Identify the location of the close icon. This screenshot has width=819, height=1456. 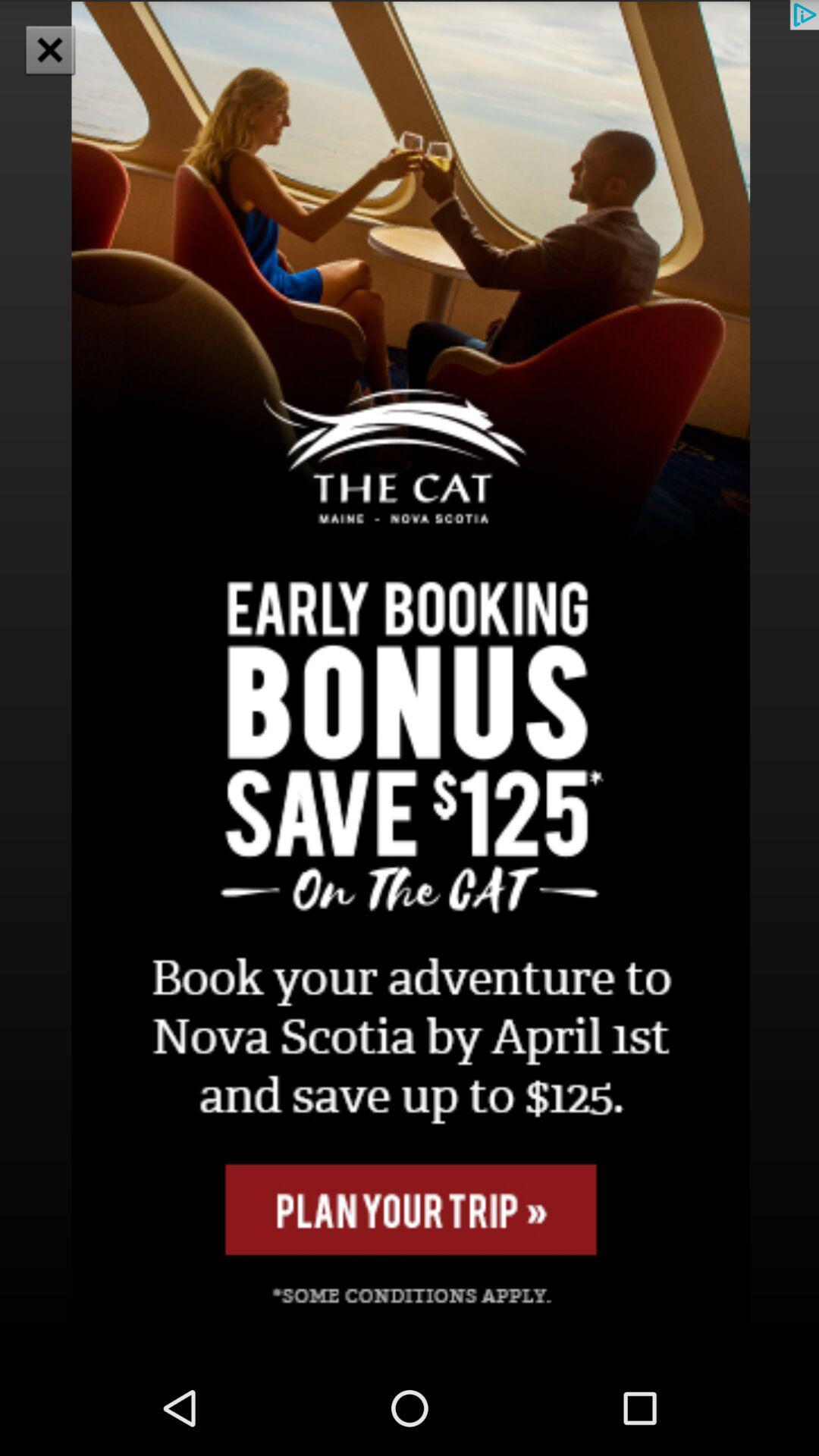
(49, 53).